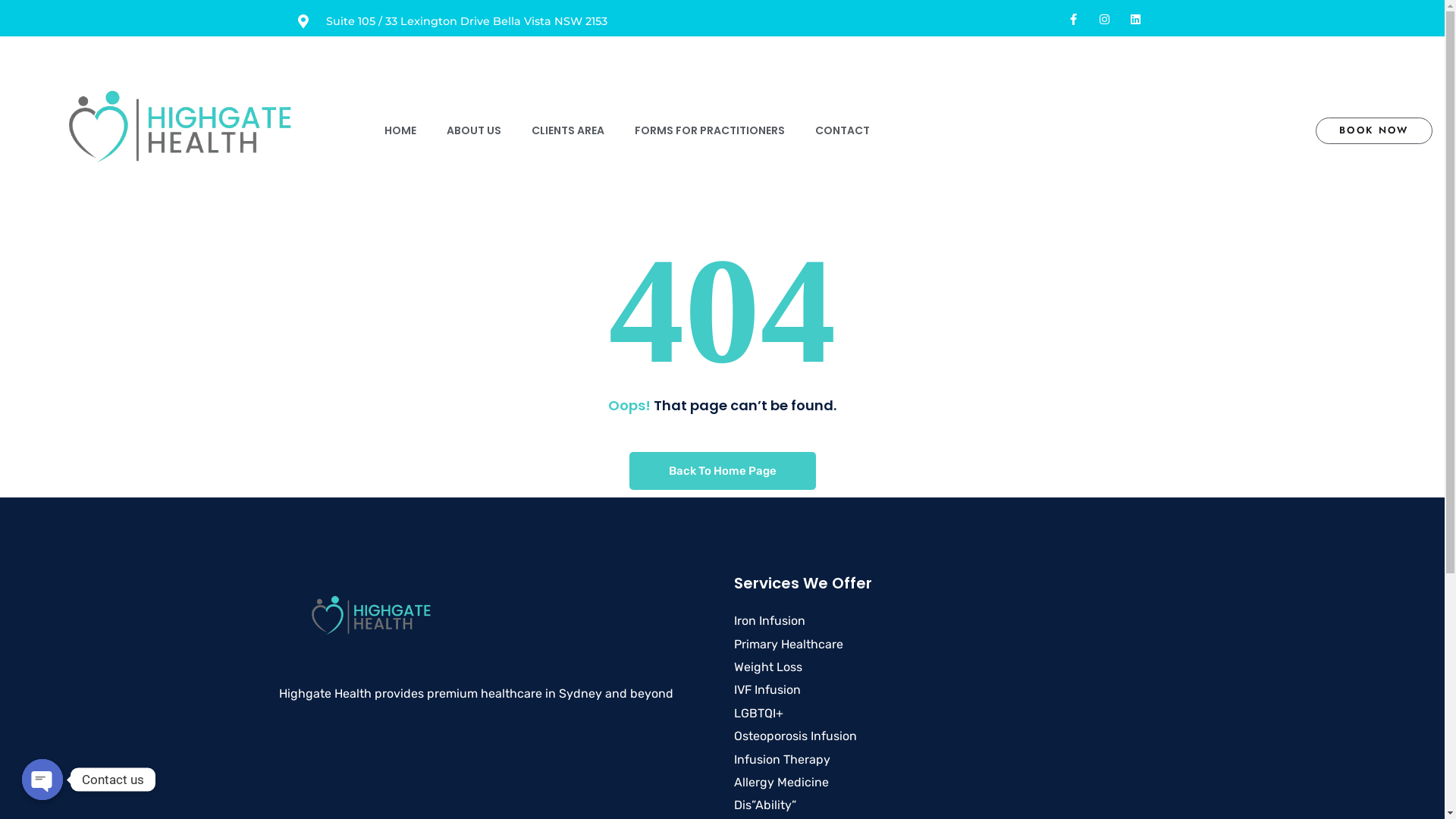  I want to click on 'Infusion Therapy', so click(782, 759).